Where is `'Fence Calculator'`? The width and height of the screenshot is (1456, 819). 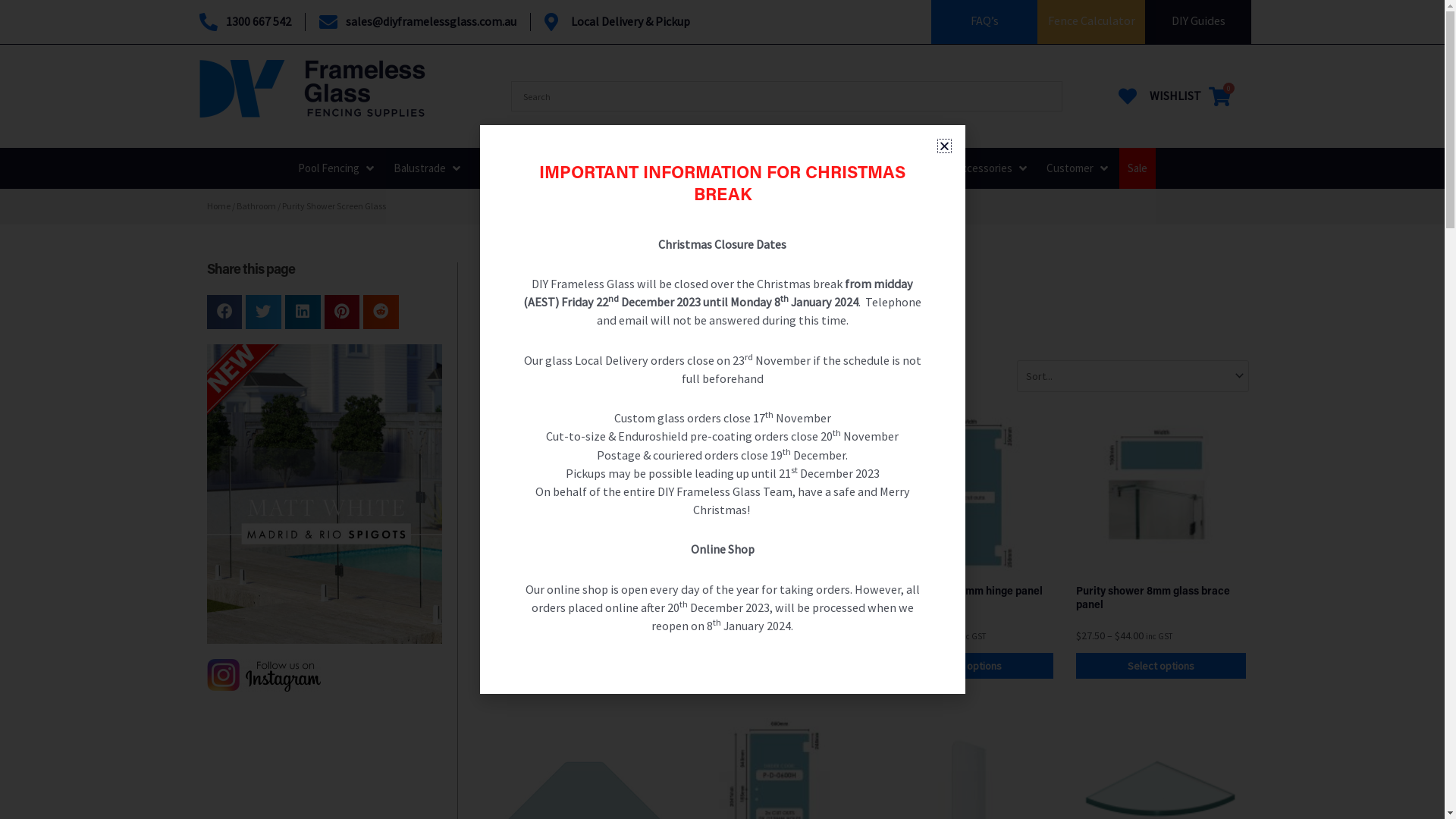
'Fence Calculator' is located at coordinates (1047, 20).